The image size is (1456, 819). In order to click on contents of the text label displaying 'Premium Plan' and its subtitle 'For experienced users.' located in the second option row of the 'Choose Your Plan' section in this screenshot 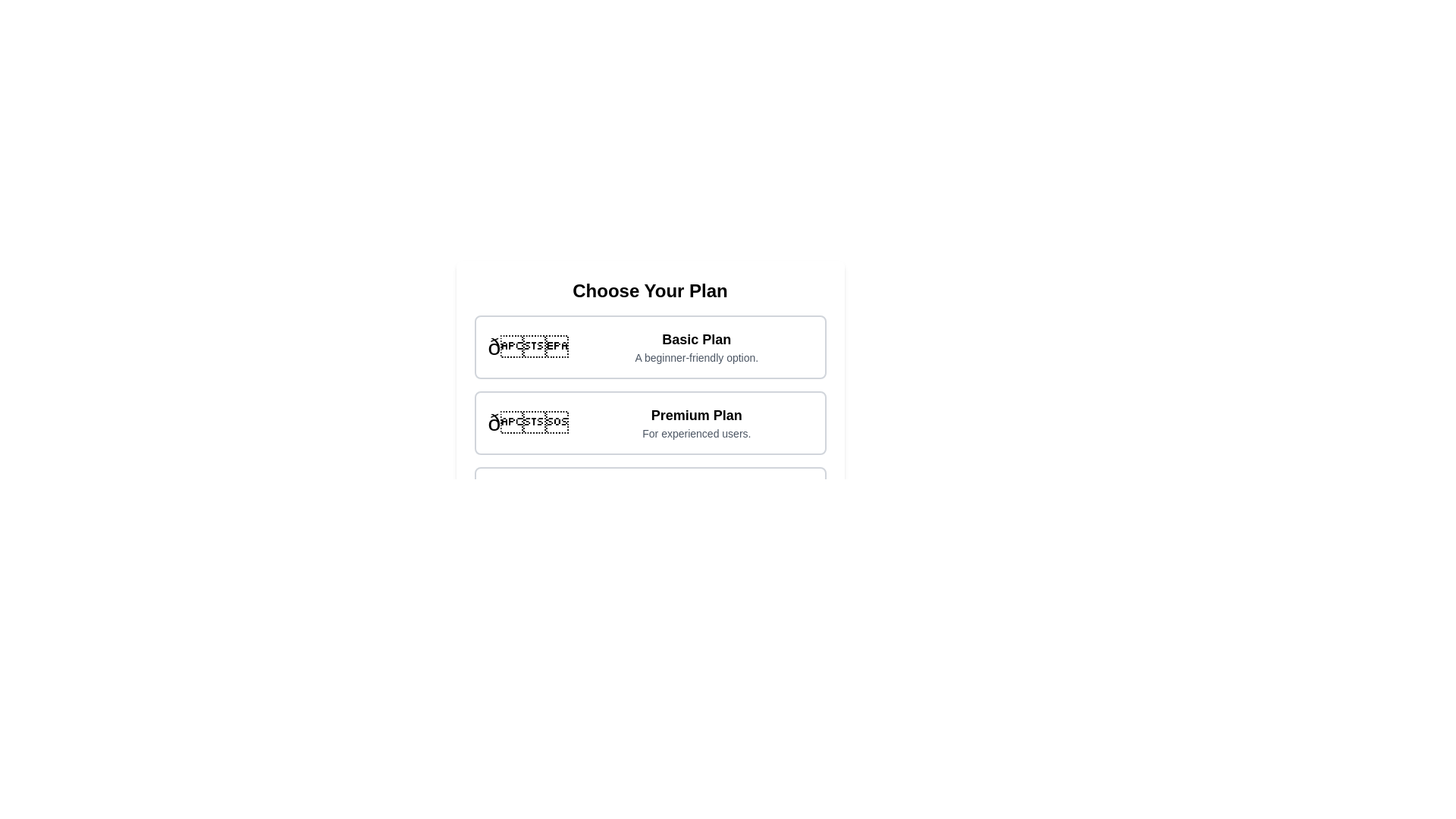, I will do `click(695, 423)`.